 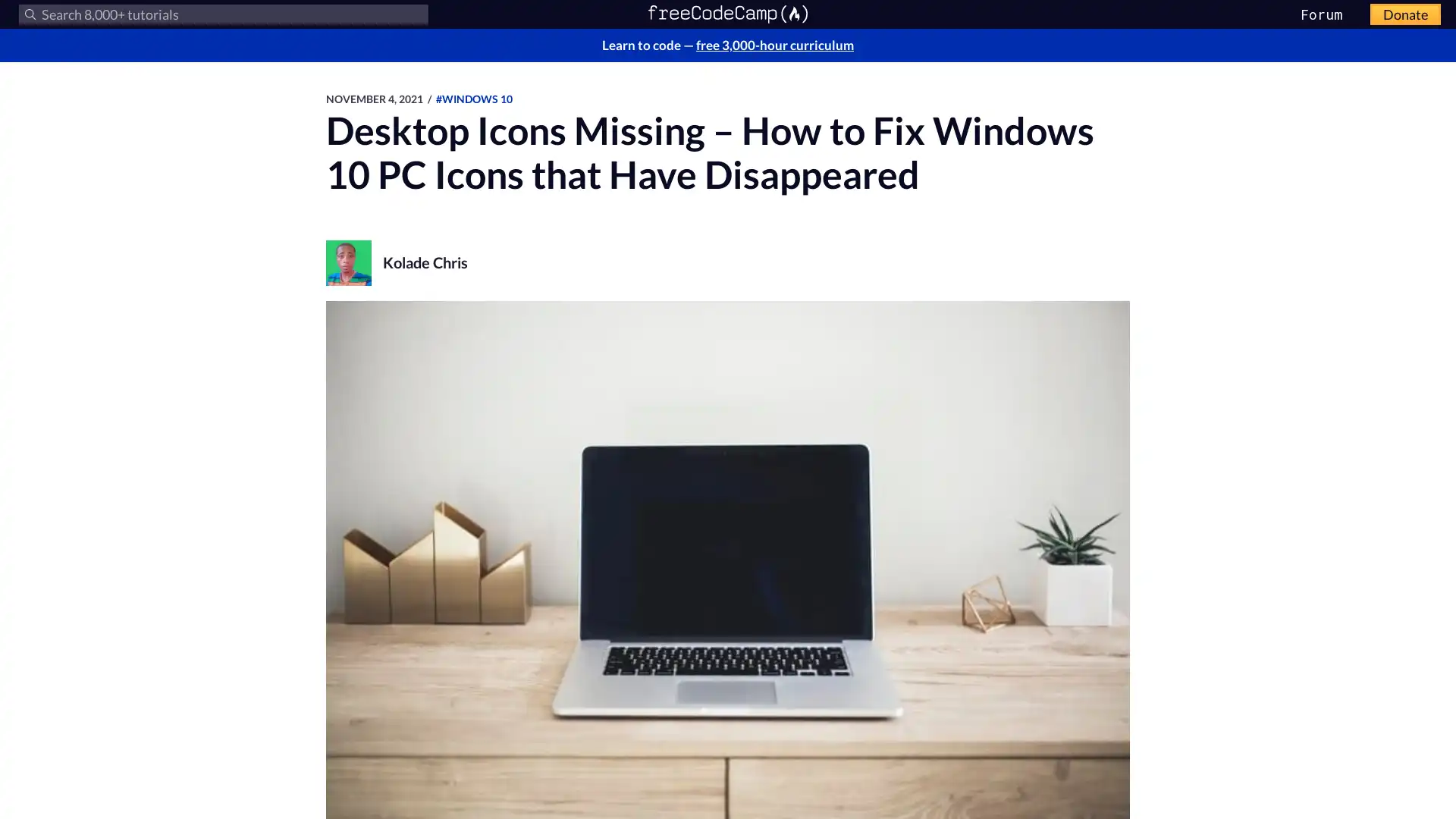 I want to click on Submit your search query, so click(x=30, y=14).